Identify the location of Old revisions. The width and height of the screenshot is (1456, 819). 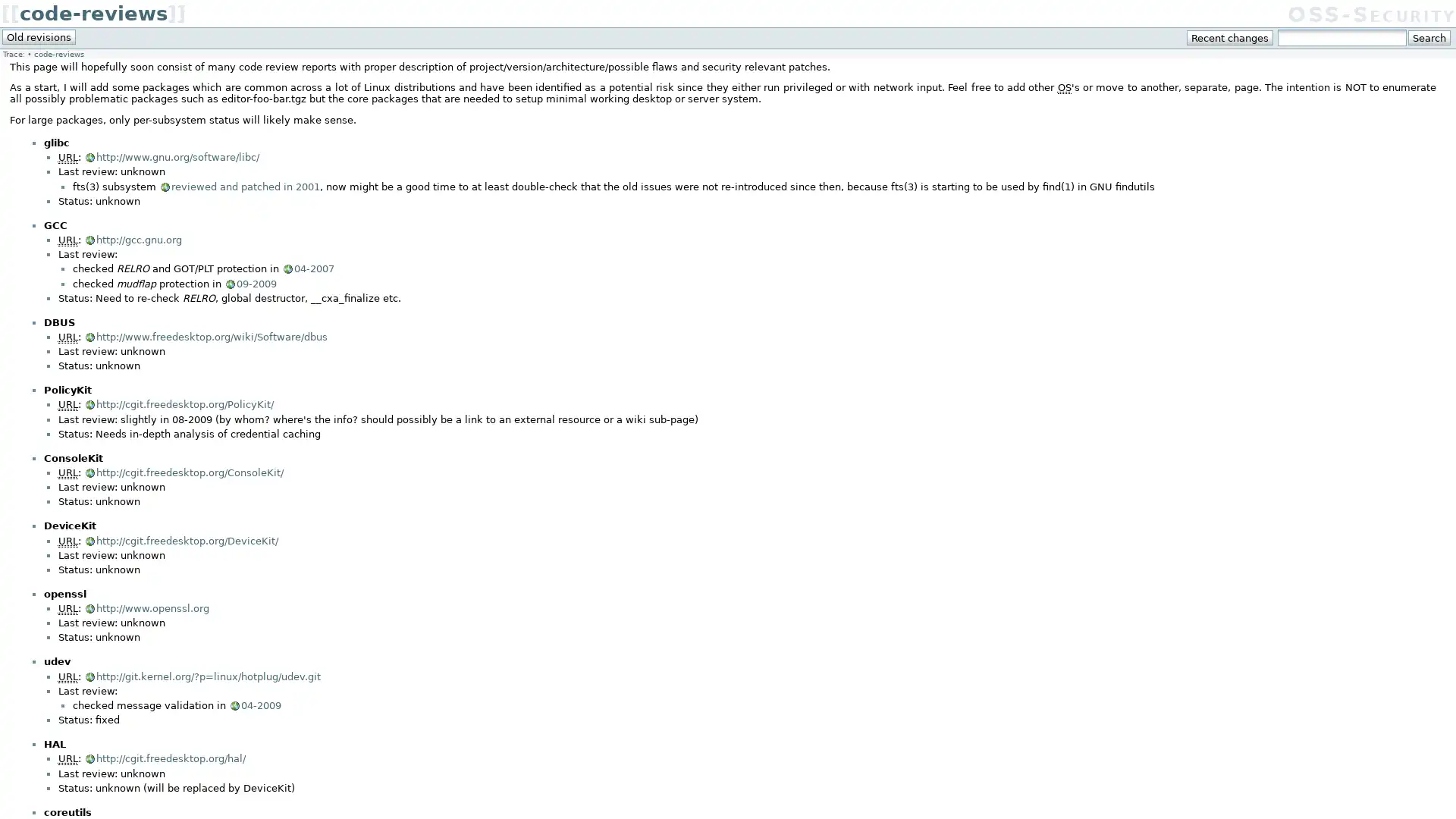
(39, 36).